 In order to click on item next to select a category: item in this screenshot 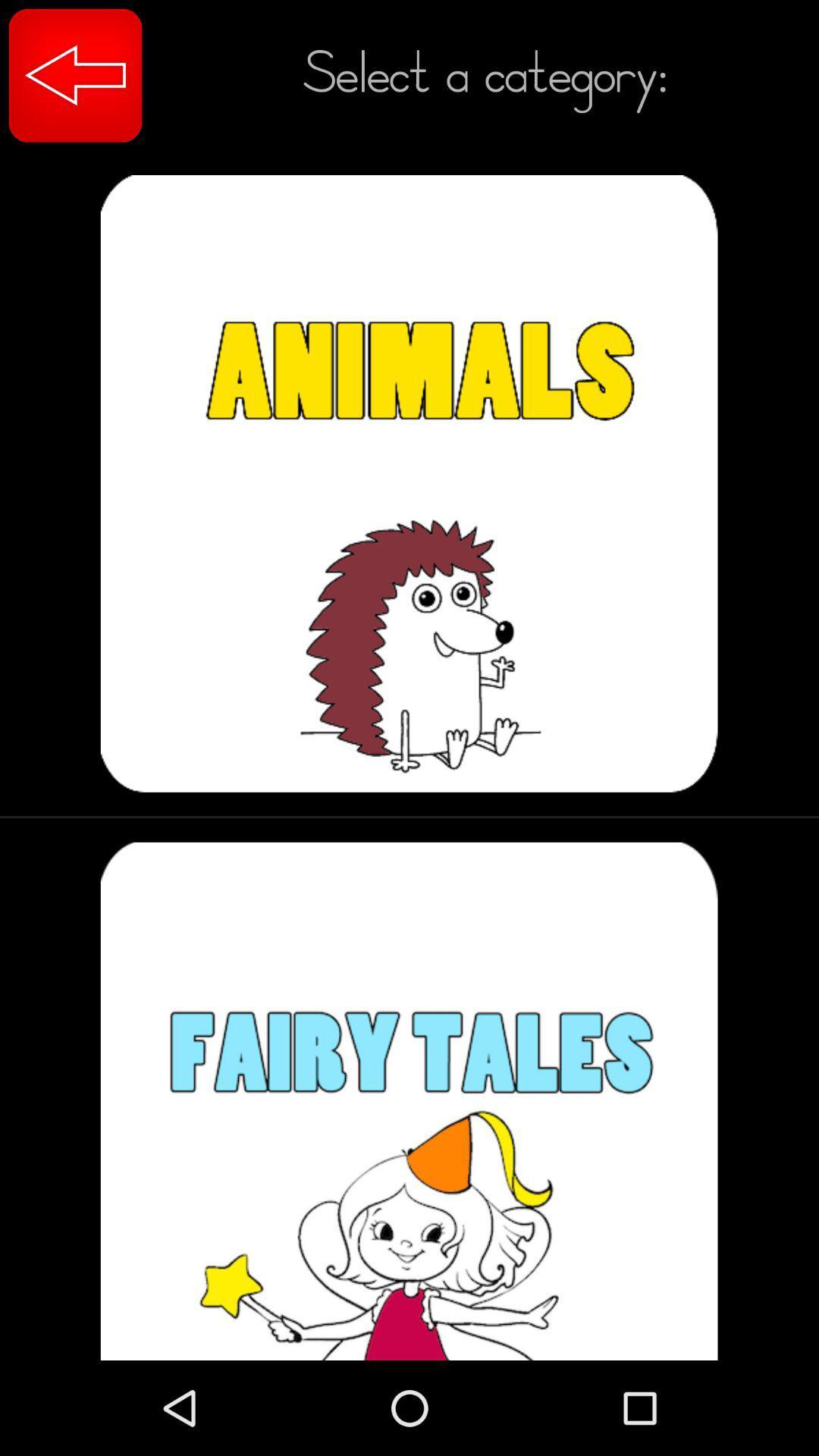, I will do `click(75, 74)`.